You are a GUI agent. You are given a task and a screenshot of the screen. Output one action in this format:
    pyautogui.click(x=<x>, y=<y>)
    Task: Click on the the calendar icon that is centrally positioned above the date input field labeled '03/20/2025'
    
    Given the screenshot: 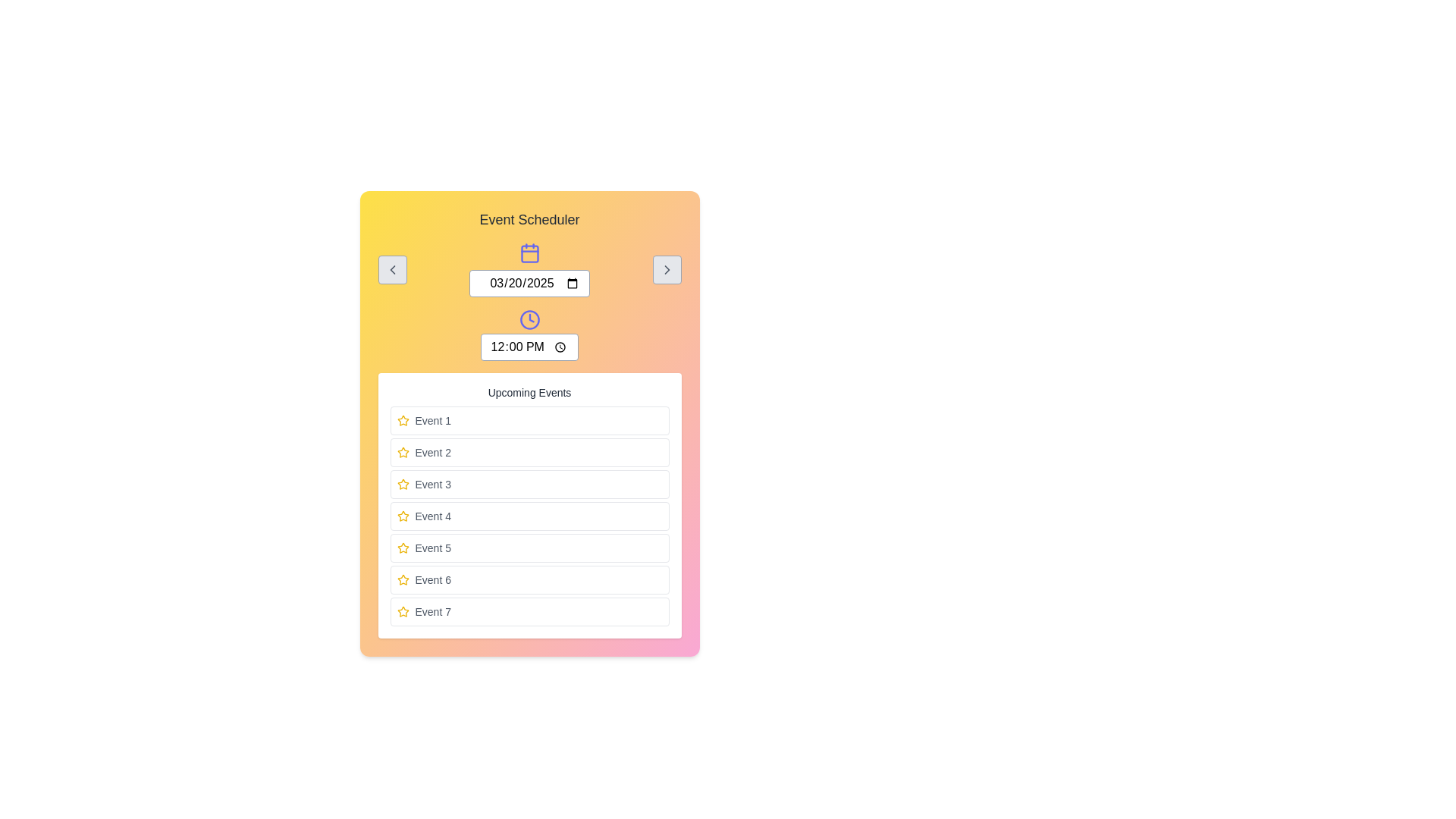 What is the action you would take?
    pyautogui.click(x=529, y=253)
    